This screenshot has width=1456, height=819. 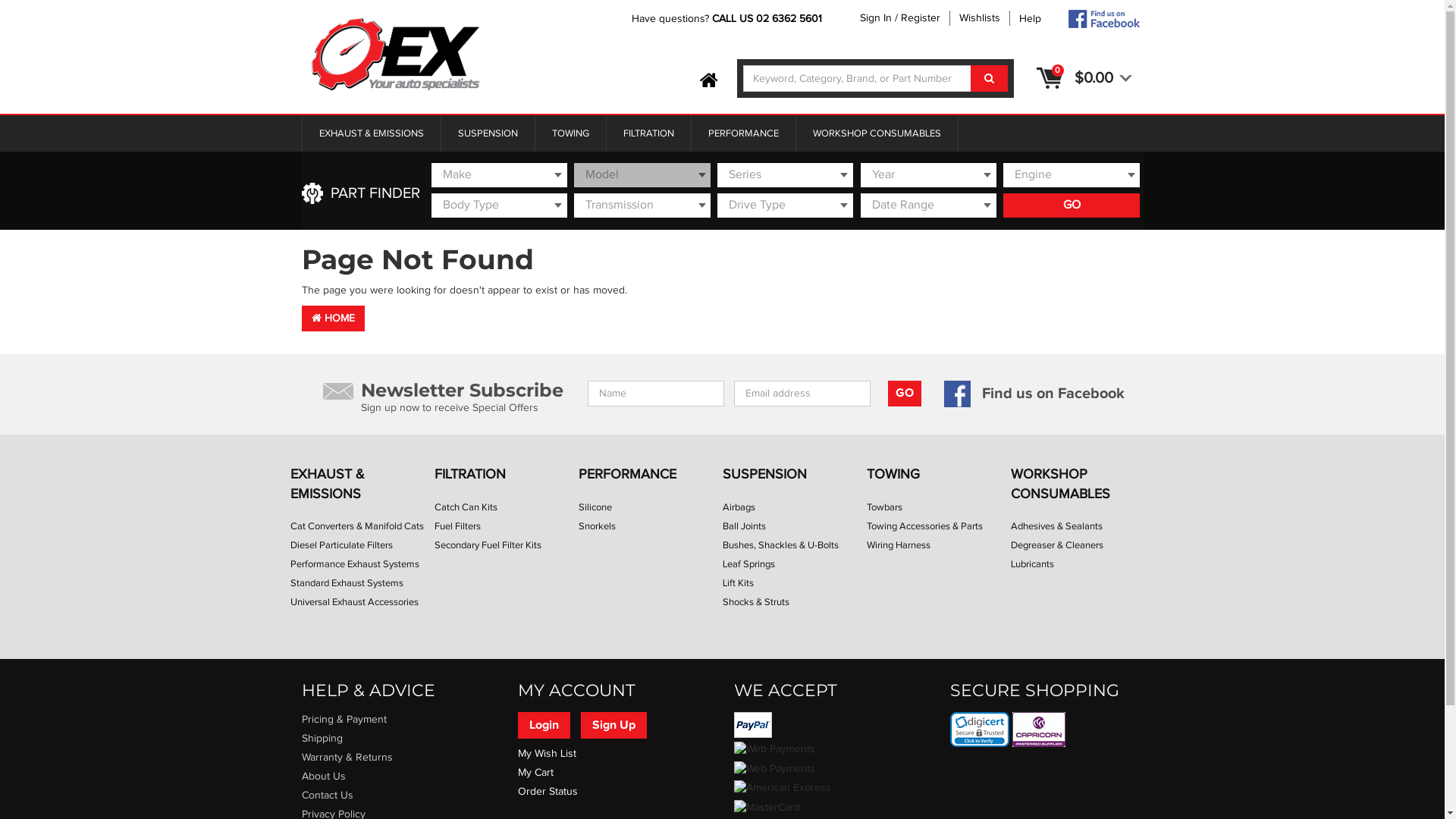 I want to click on 'SUSPENSION', so click(x=487, y=133).